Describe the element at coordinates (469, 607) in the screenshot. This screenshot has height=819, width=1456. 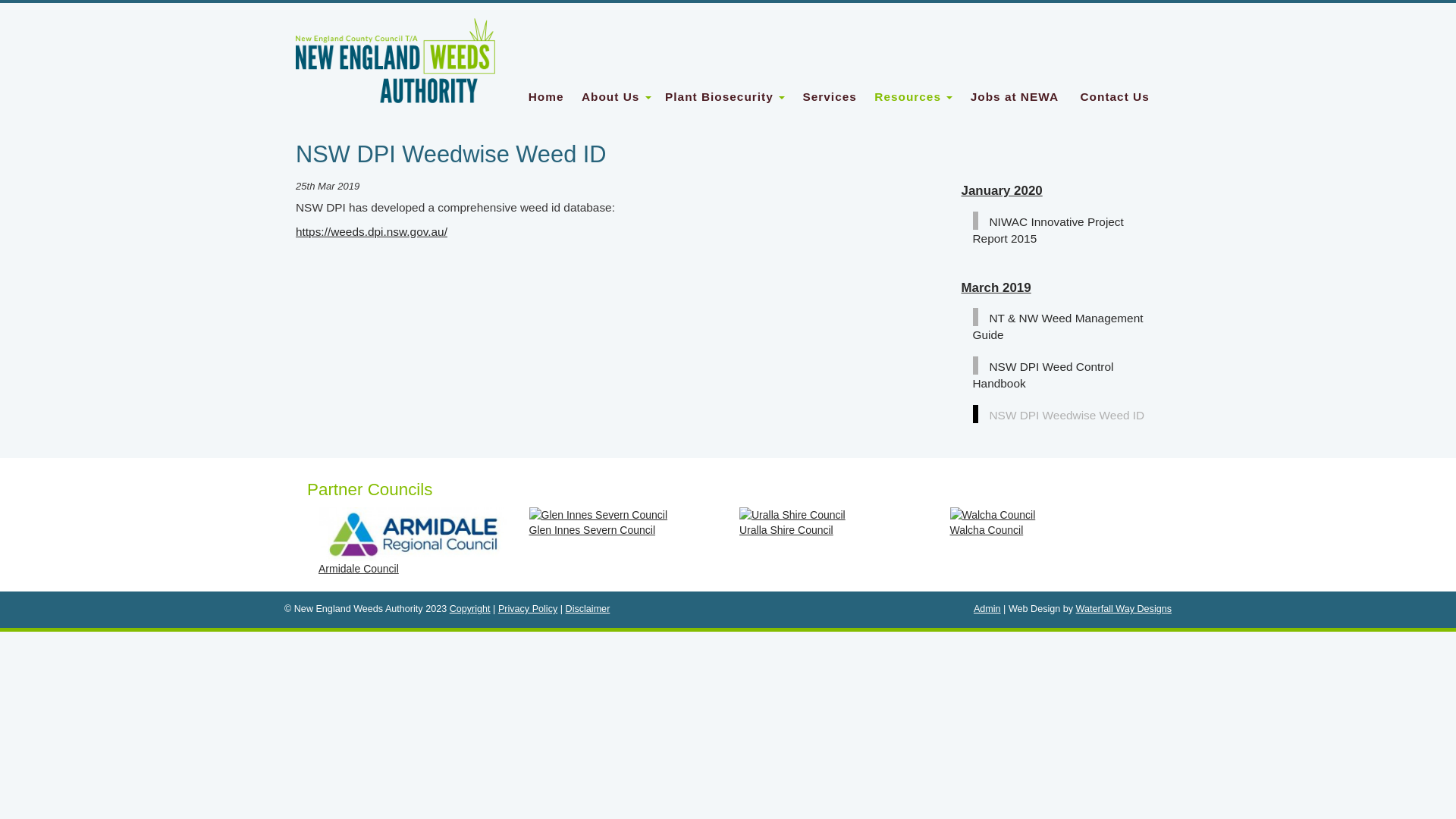
I see `'Copyright'` at that location.